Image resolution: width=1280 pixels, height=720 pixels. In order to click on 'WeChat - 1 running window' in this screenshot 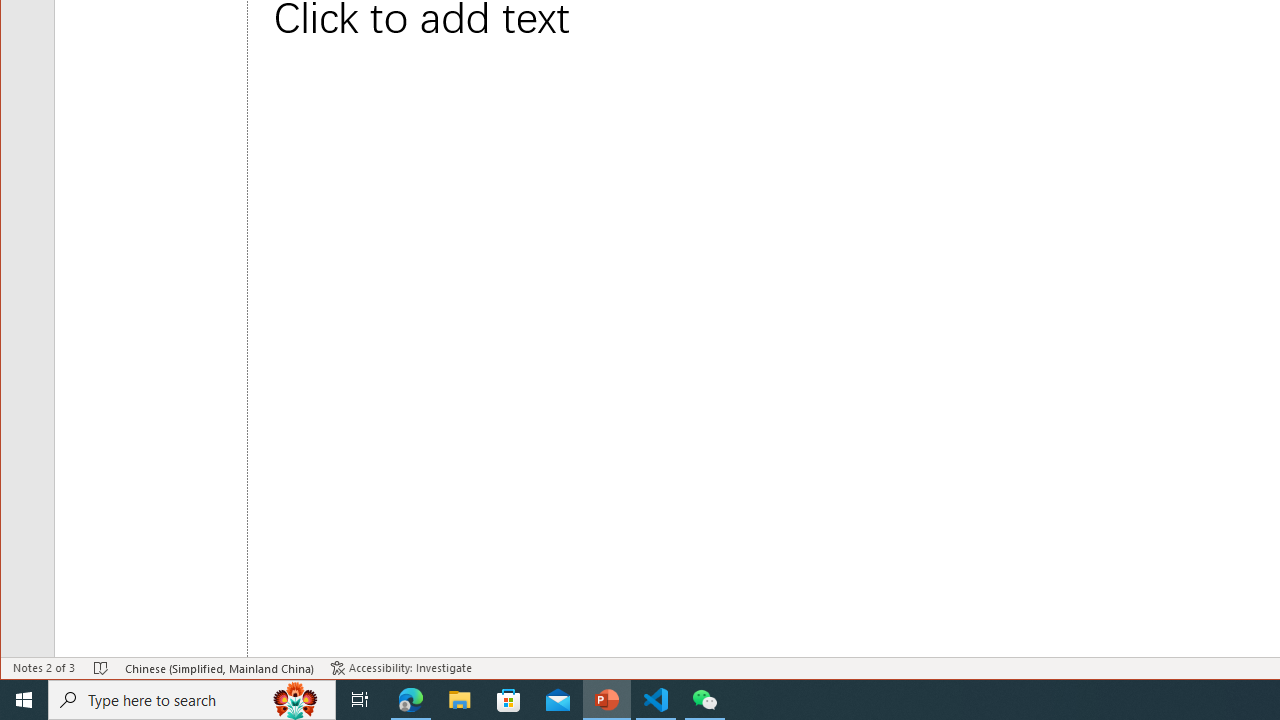, I will do `click(705, 698)`.